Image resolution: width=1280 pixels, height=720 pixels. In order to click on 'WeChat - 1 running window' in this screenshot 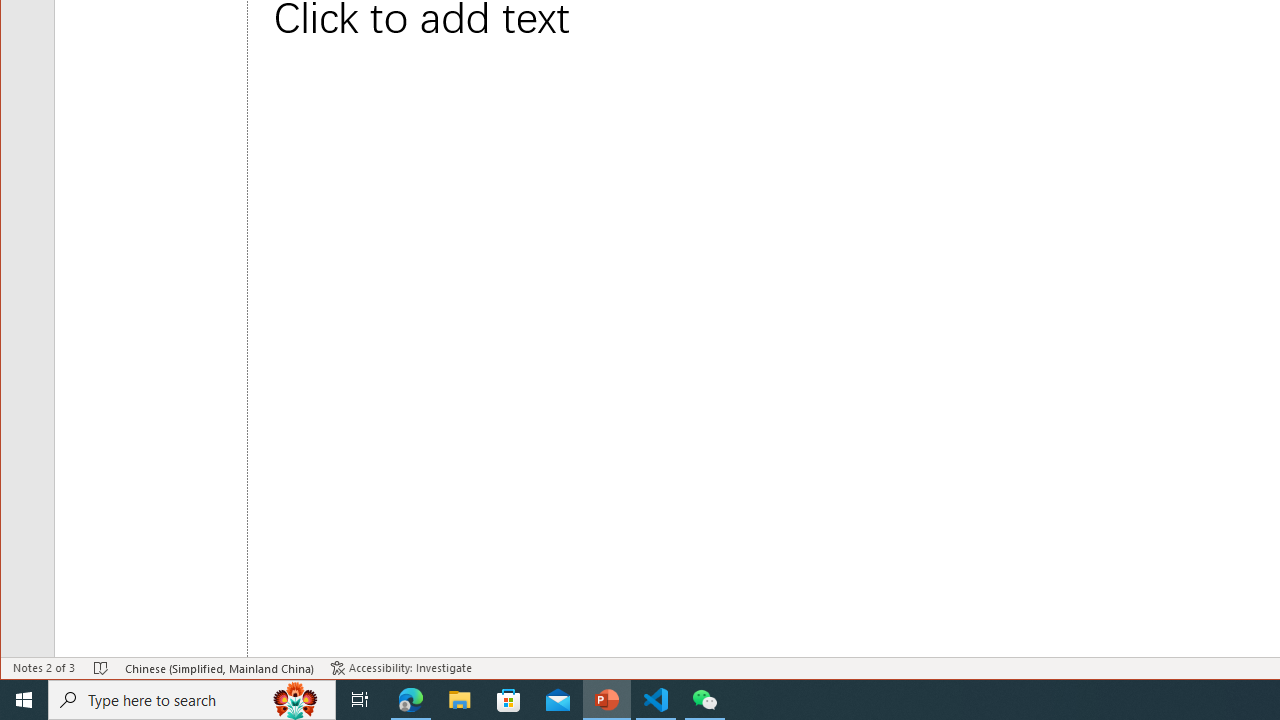, I will do `click(705, 698)`.